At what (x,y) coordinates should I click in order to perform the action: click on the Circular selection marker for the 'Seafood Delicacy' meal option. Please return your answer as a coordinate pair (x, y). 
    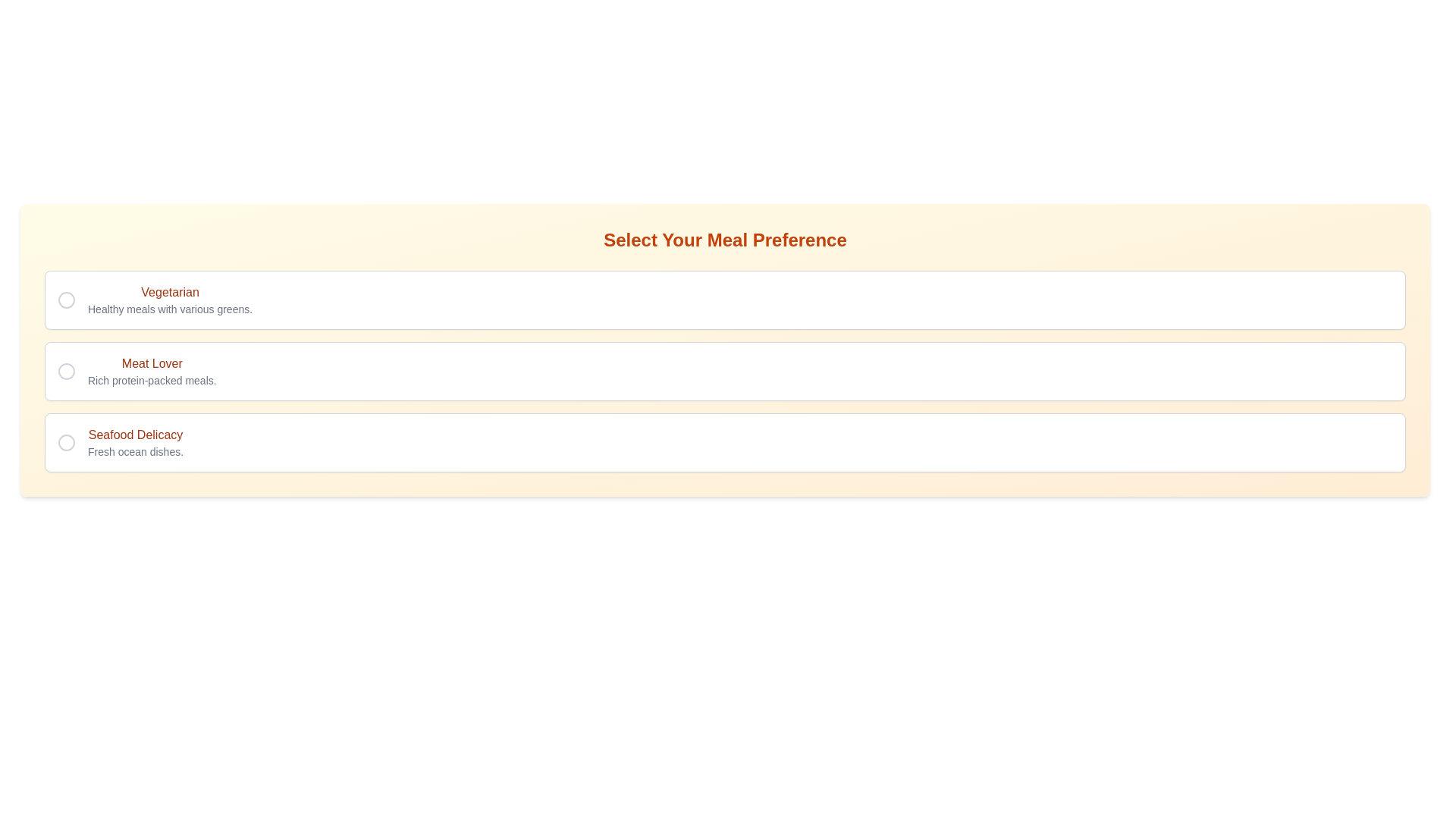
    Looking at the image, I should click on (65, 442).